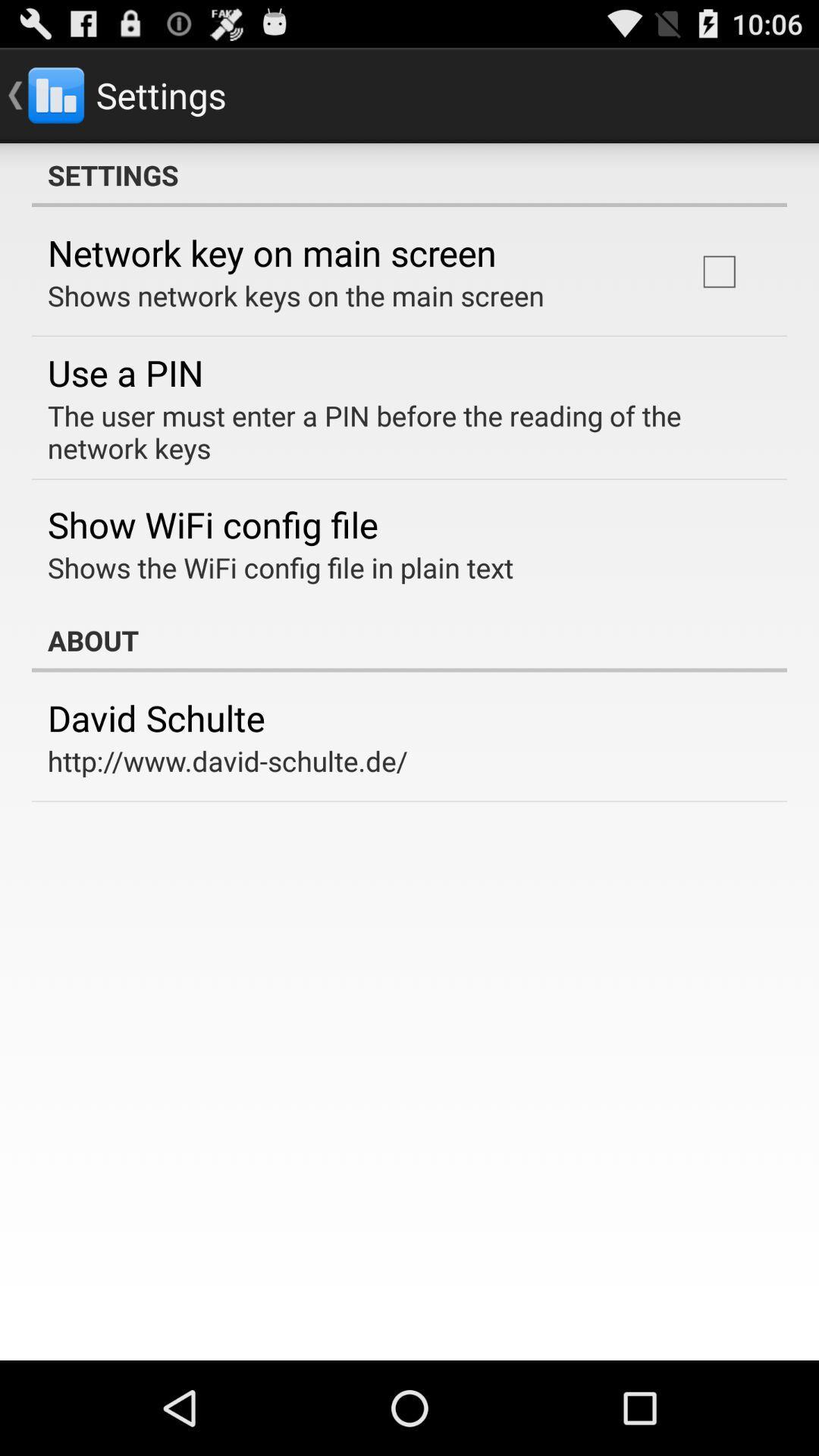 The width and height of the screenshot is (819, 1456). What do you see at coordinates (718, 271) in the screenshot?
I see `item at the top right corner` at bounding box center [718, 271].